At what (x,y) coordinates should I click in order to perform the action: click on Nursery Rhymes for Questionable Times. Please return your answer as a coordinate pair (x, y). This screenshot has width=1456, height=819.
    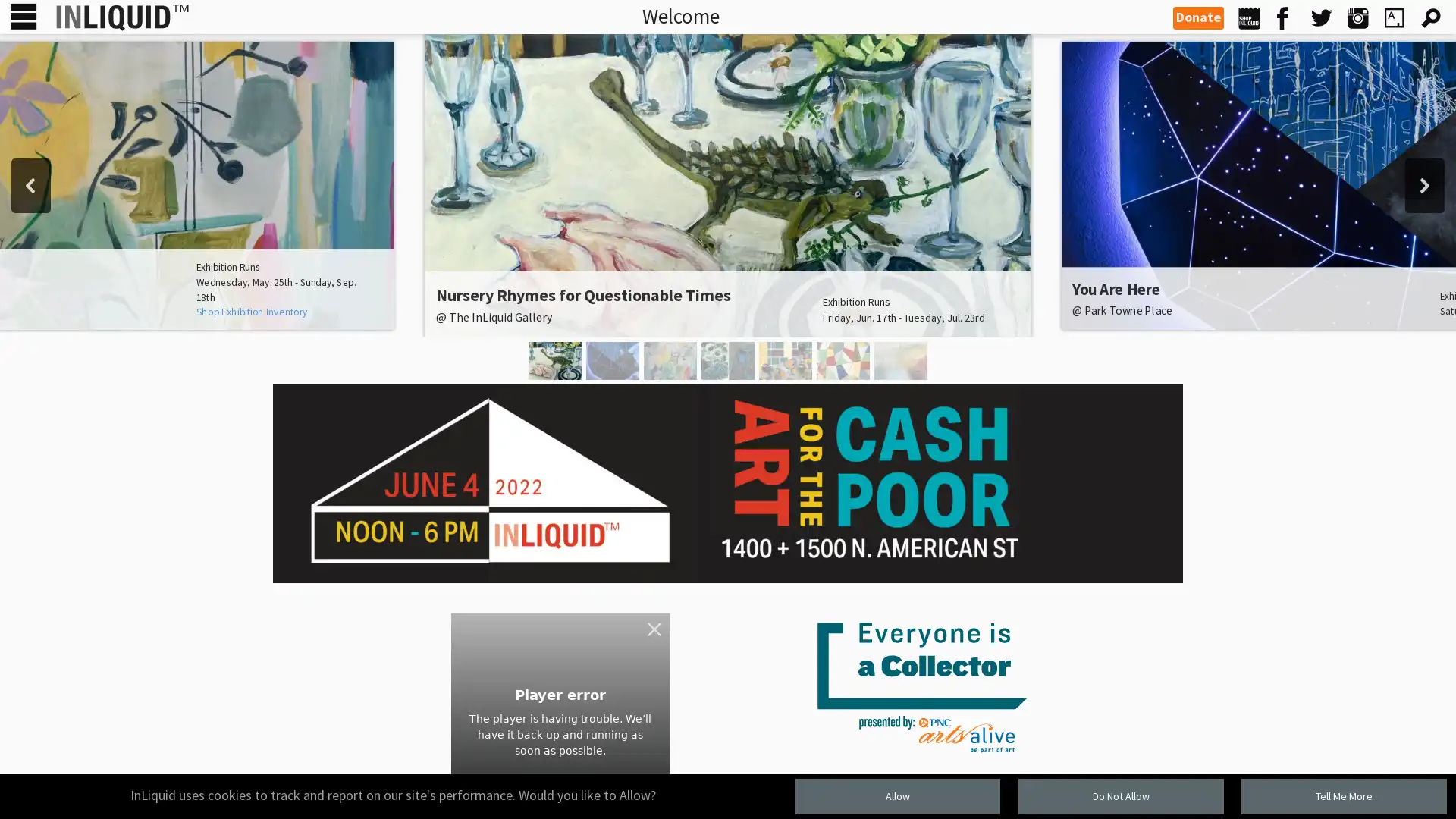
    Looking at the image, I should click on (554, 360).